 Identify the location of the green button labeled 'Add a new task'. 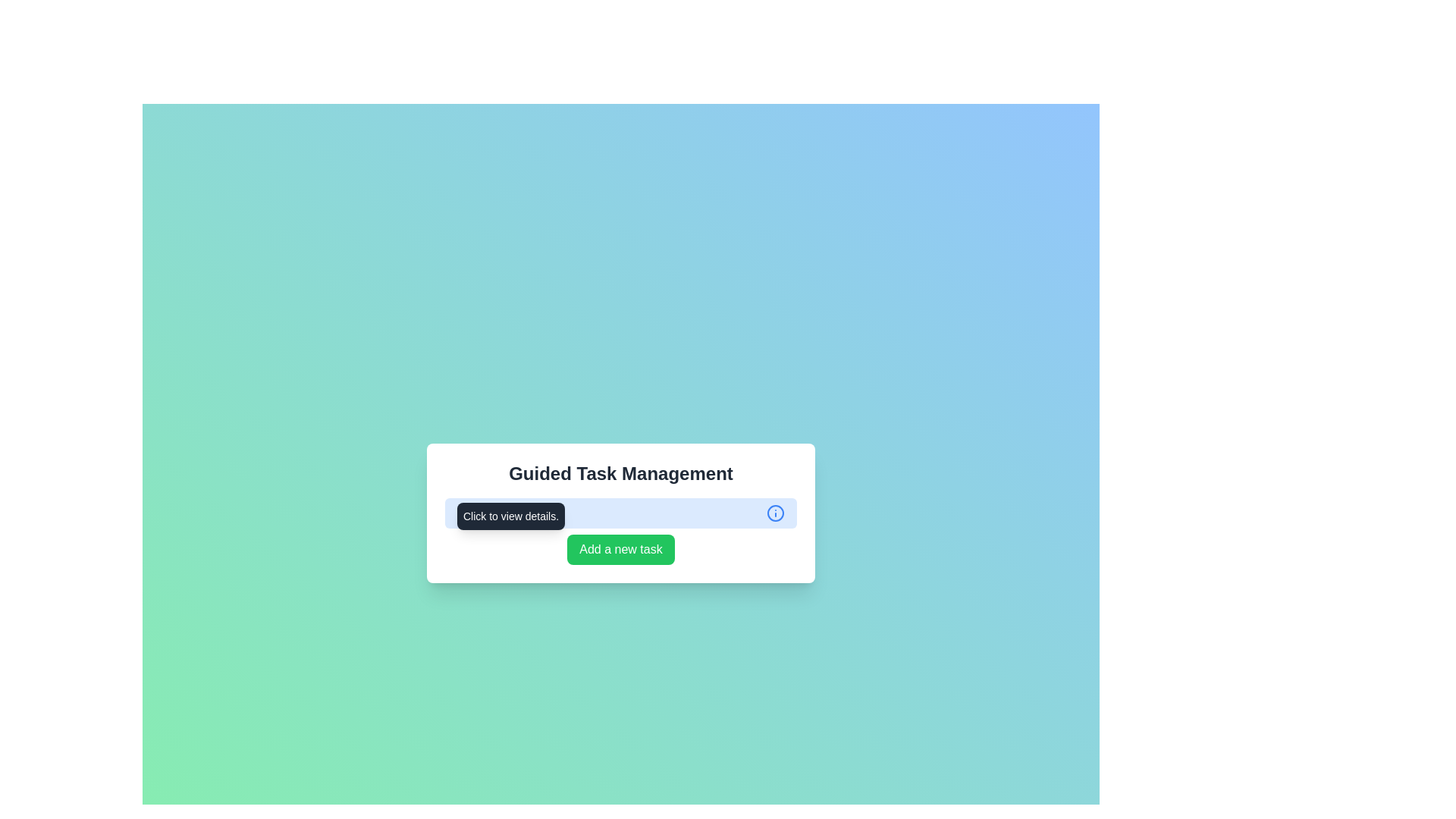
(621, 531).